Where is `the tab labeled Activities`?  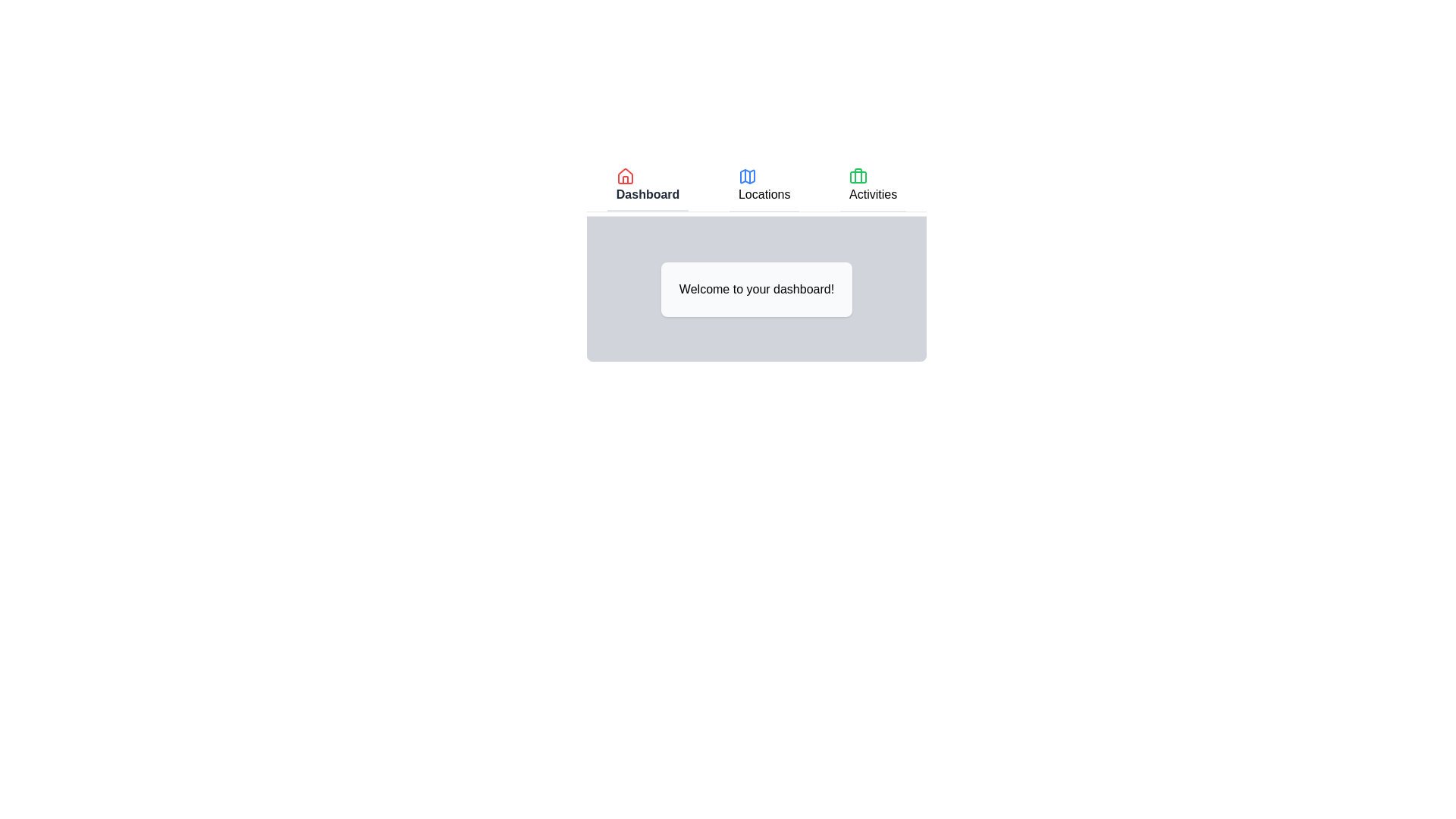 the tab labeled Activities is located at coordinates (873, 186).